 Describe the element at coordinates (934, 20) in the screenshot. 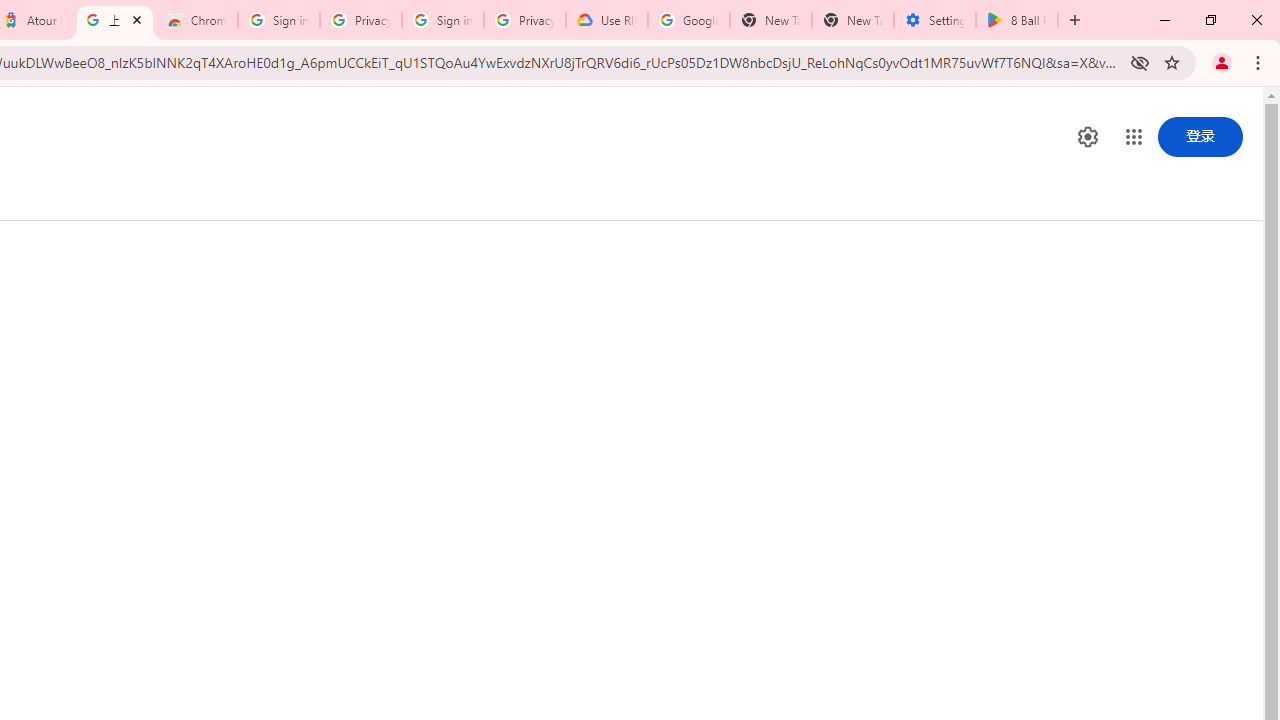

I see `'Settings - System'` at that location.